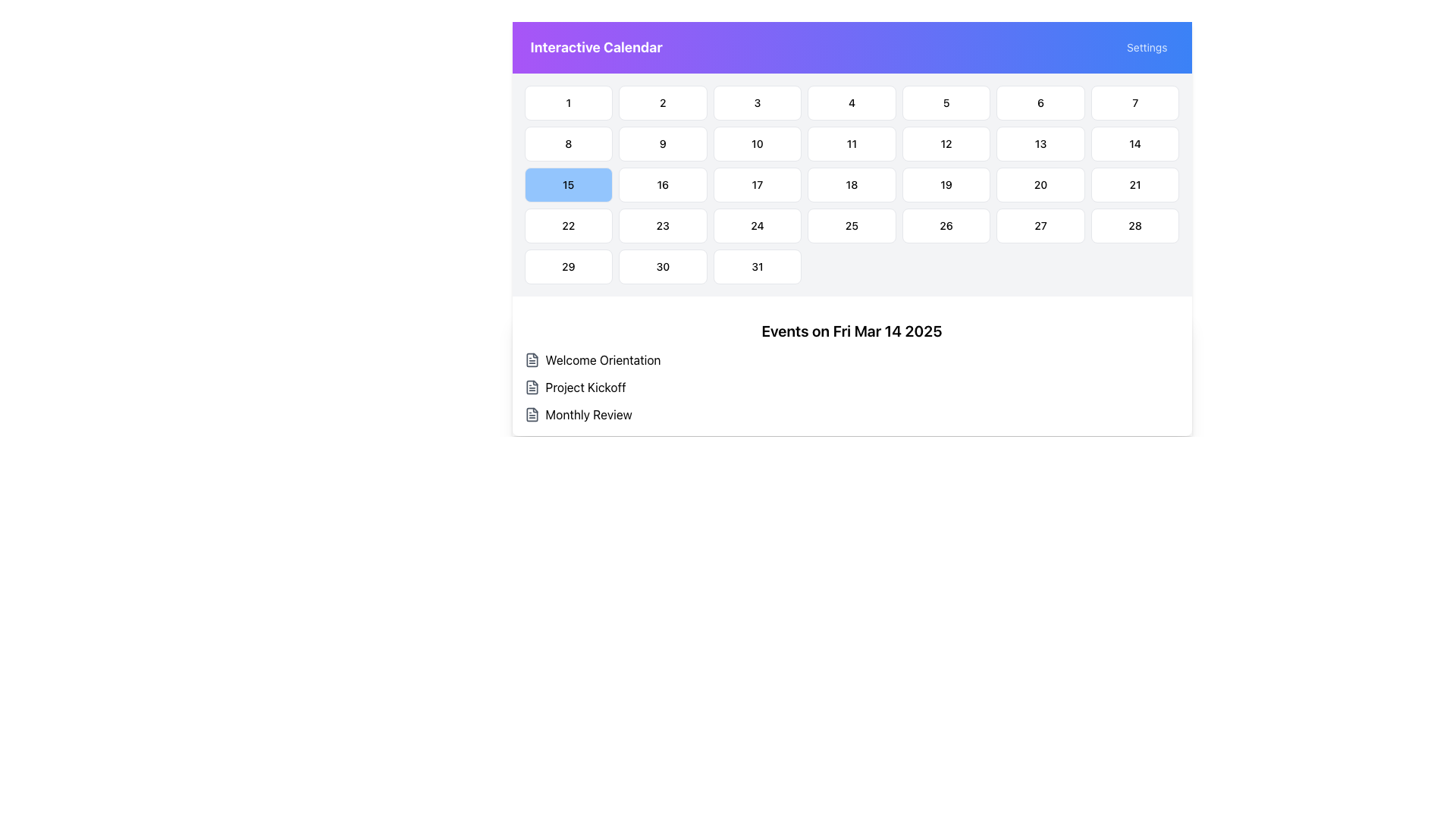 This screenshot has width=1456, height=819. Describe the element at coordinates (946, 102) in the screenshot. I see `the text label displaying the number '5' in a bold font, located in the first row of the calendar grid, positioned as the fifth item under a purple gradient header` at that location.